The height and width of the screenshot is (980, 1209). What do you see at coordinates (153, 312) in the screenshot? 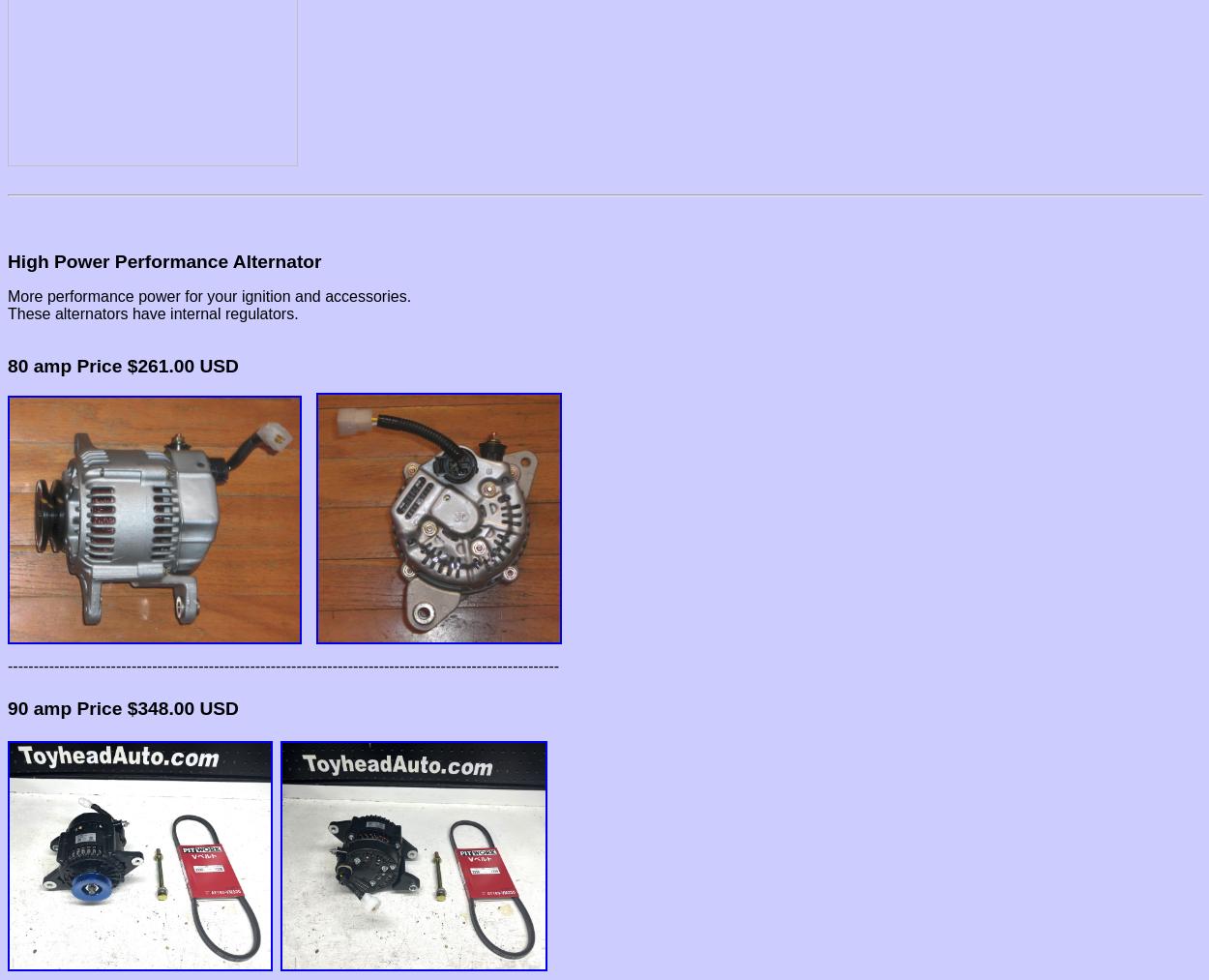
I see `'These alternators have internal regulators.'` at bounding box center [153, 312].